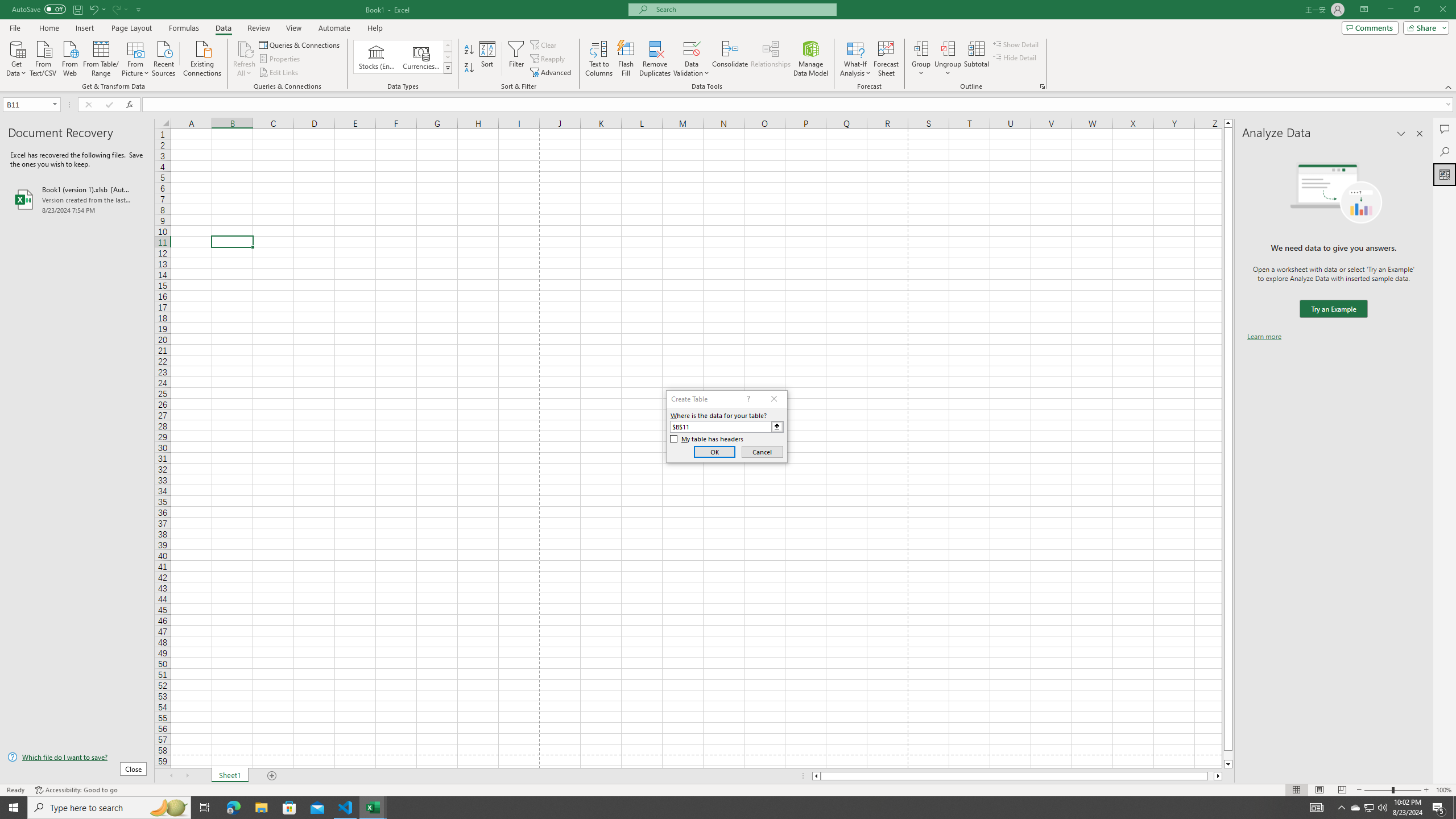  Describe the element at coordinates (1333, 309) in the screenshot. I see `'We need data to give you answers. Try an Example'` at that location.